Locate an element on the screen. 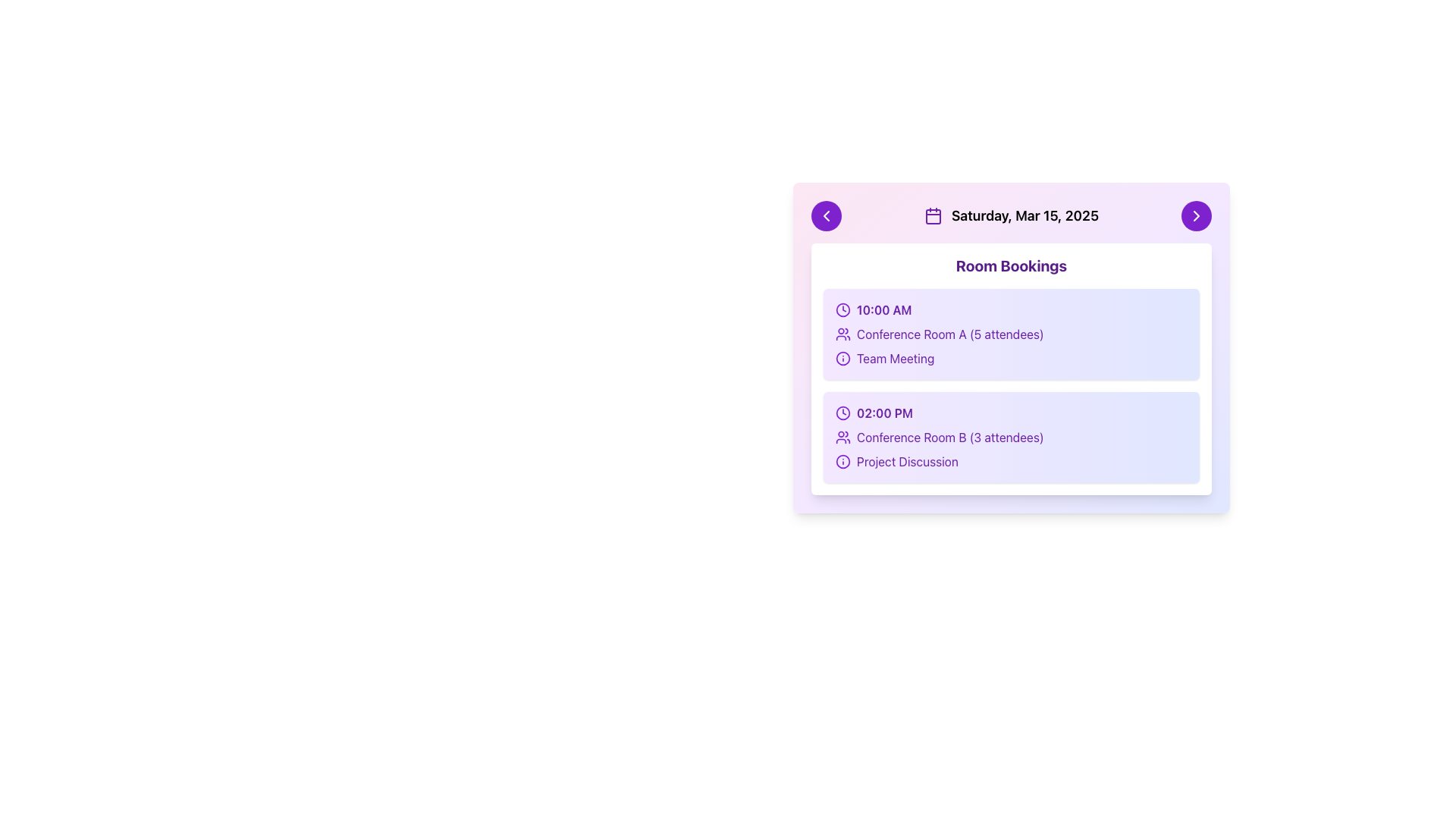  the text label that indicates the name and attendee count of a meeting room, located below the time stamp icon in the Room Bookings section is located at coordinates (949, 333).